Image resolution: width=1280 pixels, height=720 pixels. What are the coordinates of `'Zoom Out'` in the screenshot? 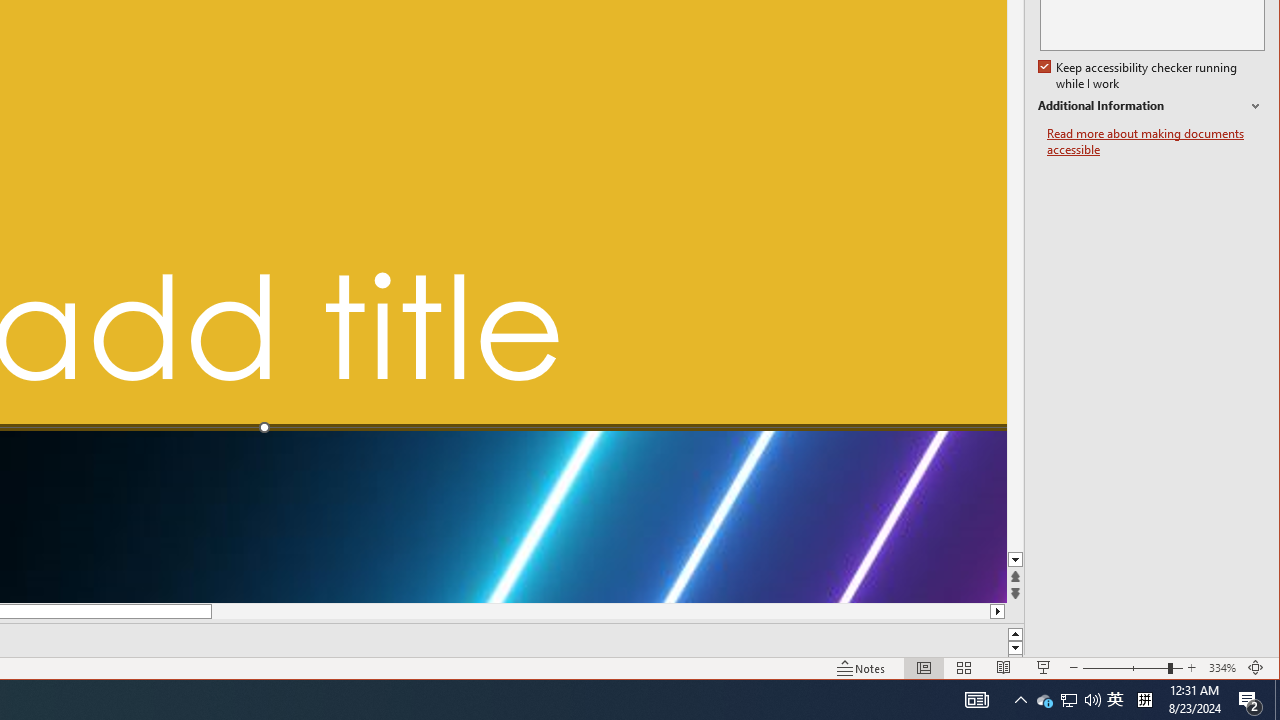 It's located at (1125, 668).